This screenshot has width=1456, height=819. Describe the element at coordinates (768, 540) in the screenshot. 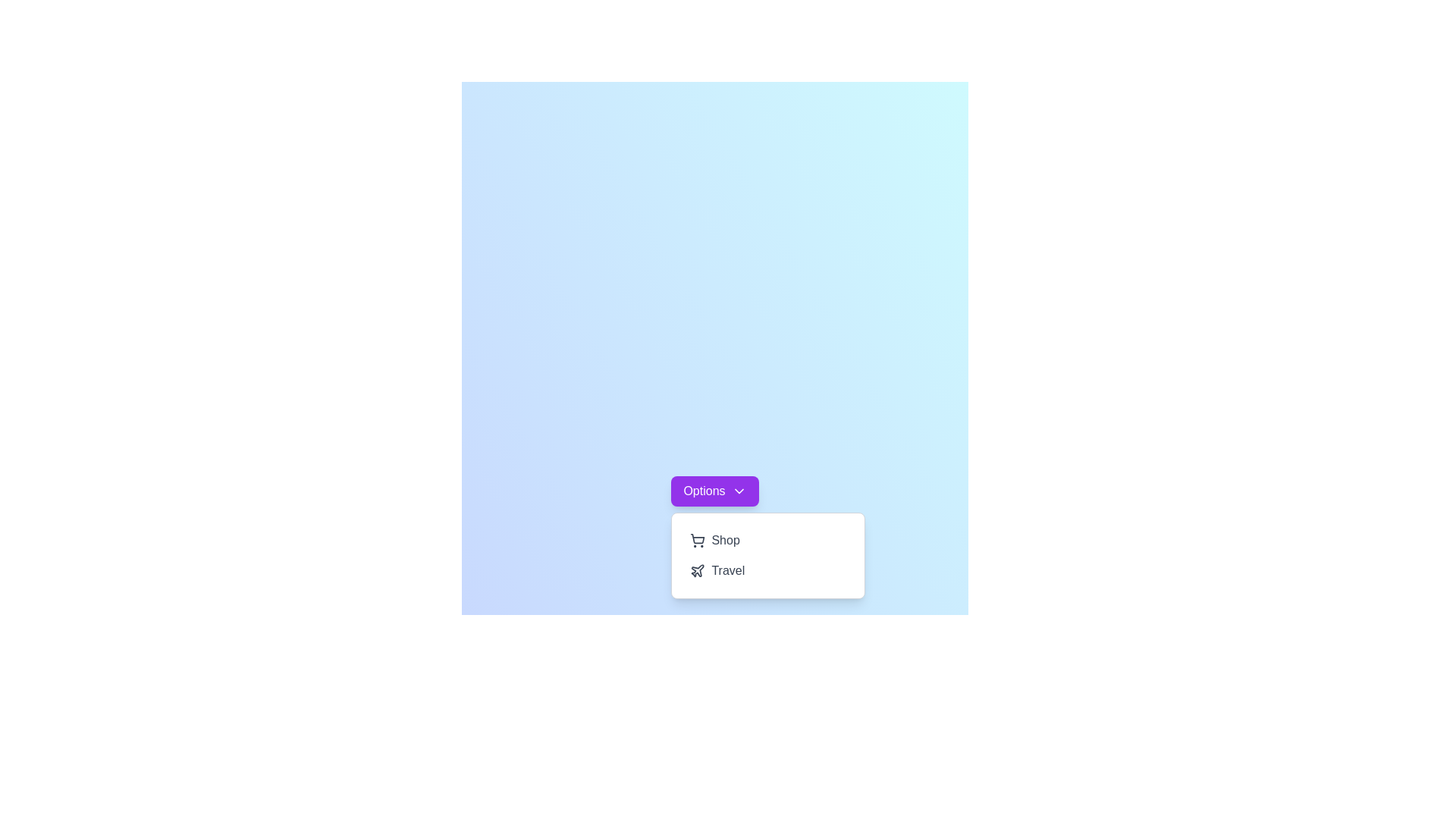

I see `the top button in the vertical list that redirects to the 'Shop' page` at that location.